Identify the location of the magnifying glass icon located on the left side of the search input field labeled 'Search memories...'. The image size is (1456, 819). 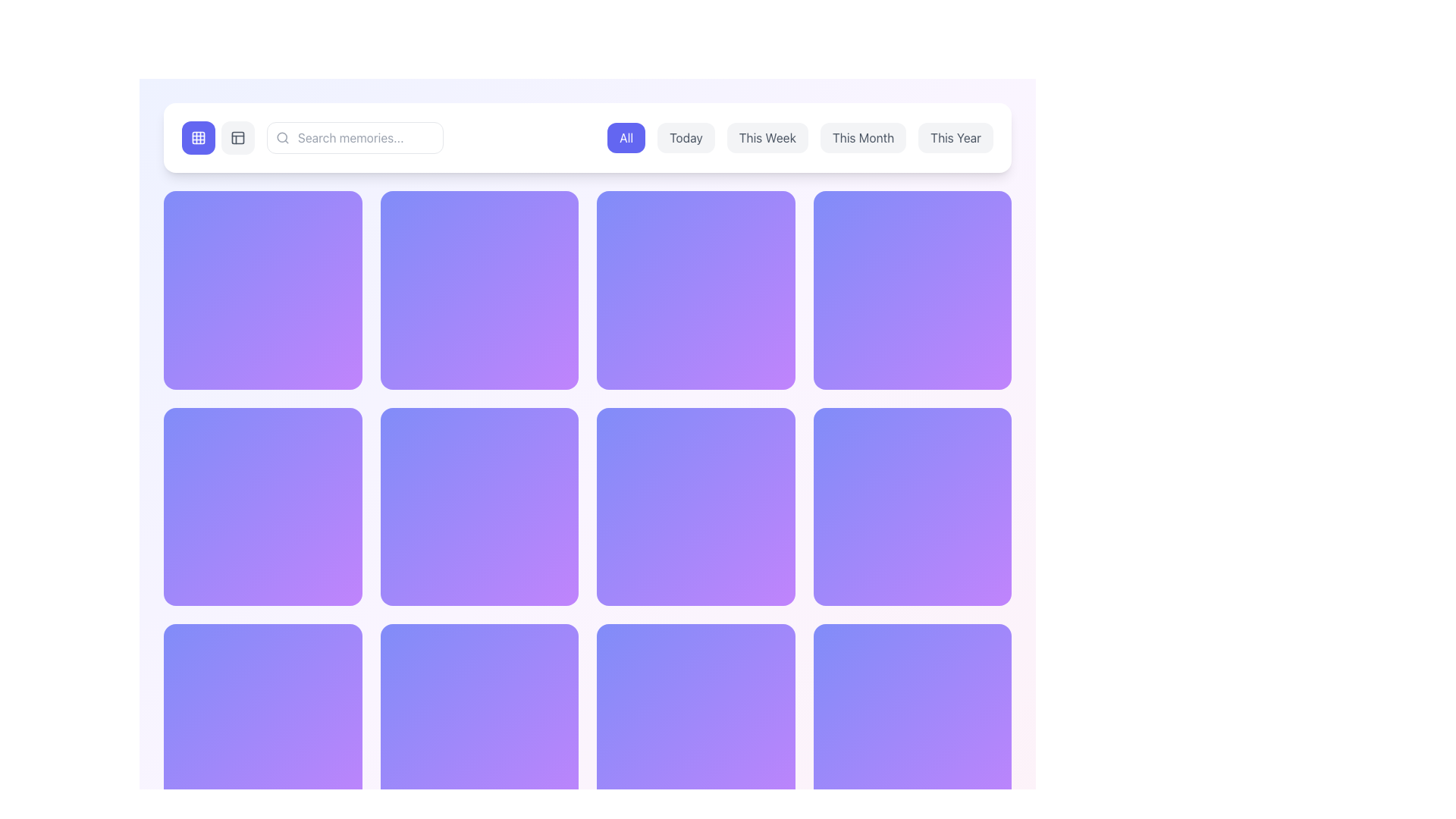
(283, 137).